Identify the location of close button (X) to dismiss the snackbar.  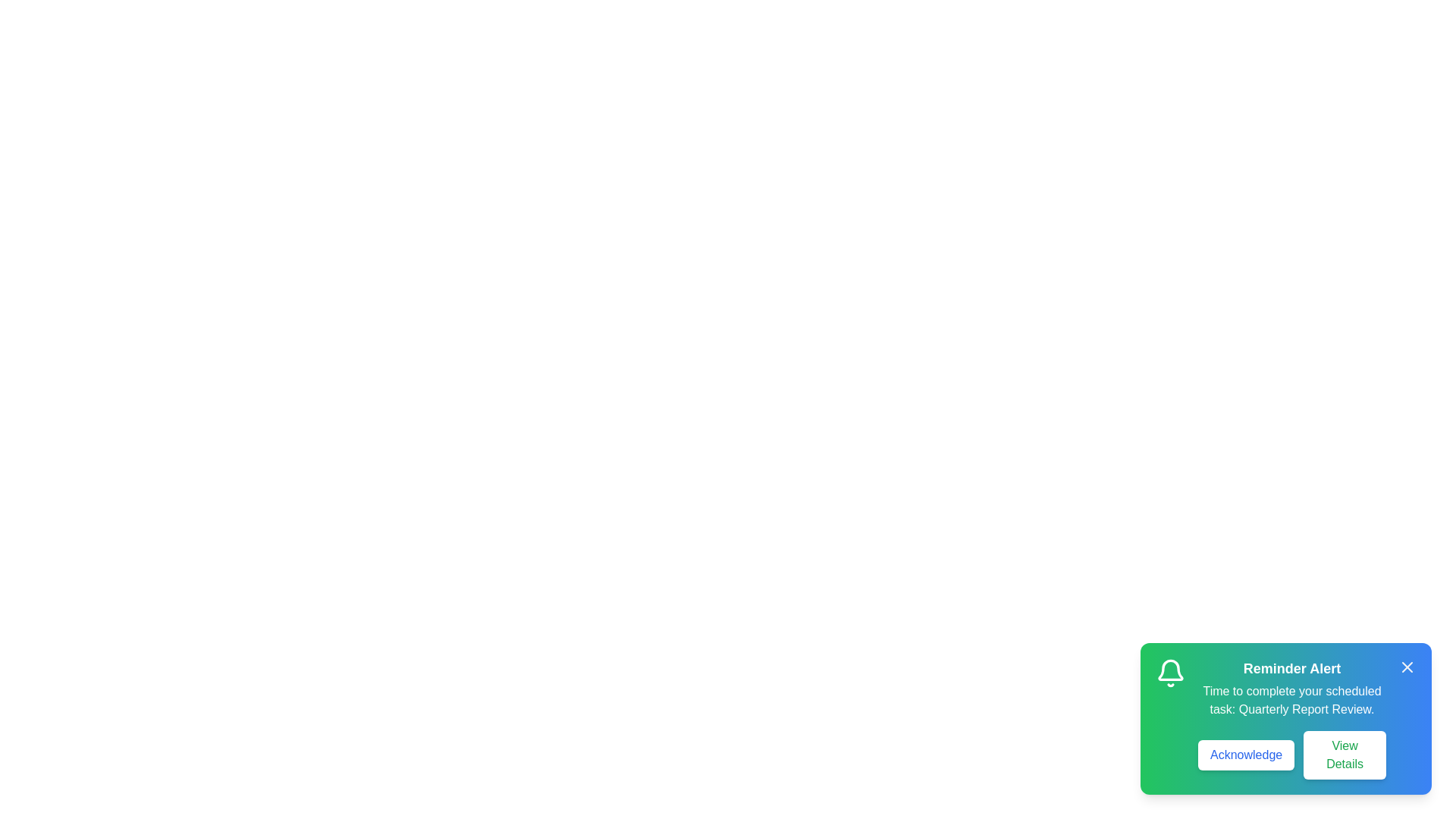
(1407, 666).